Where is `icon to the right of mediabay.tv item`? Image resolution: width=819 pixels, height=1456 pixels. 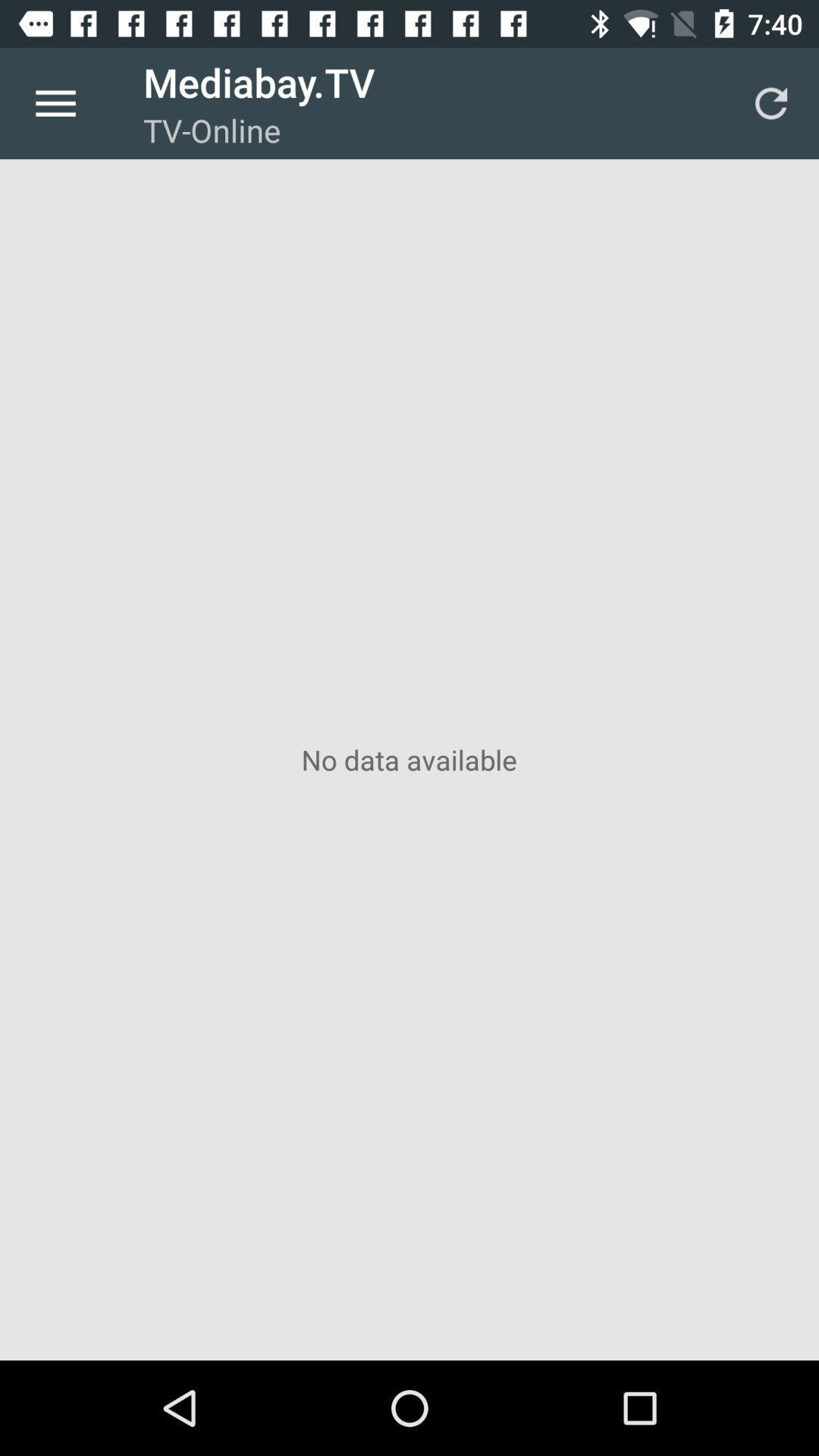
icon to the right of mediabay.tv item is located at coordinates (771, 102).